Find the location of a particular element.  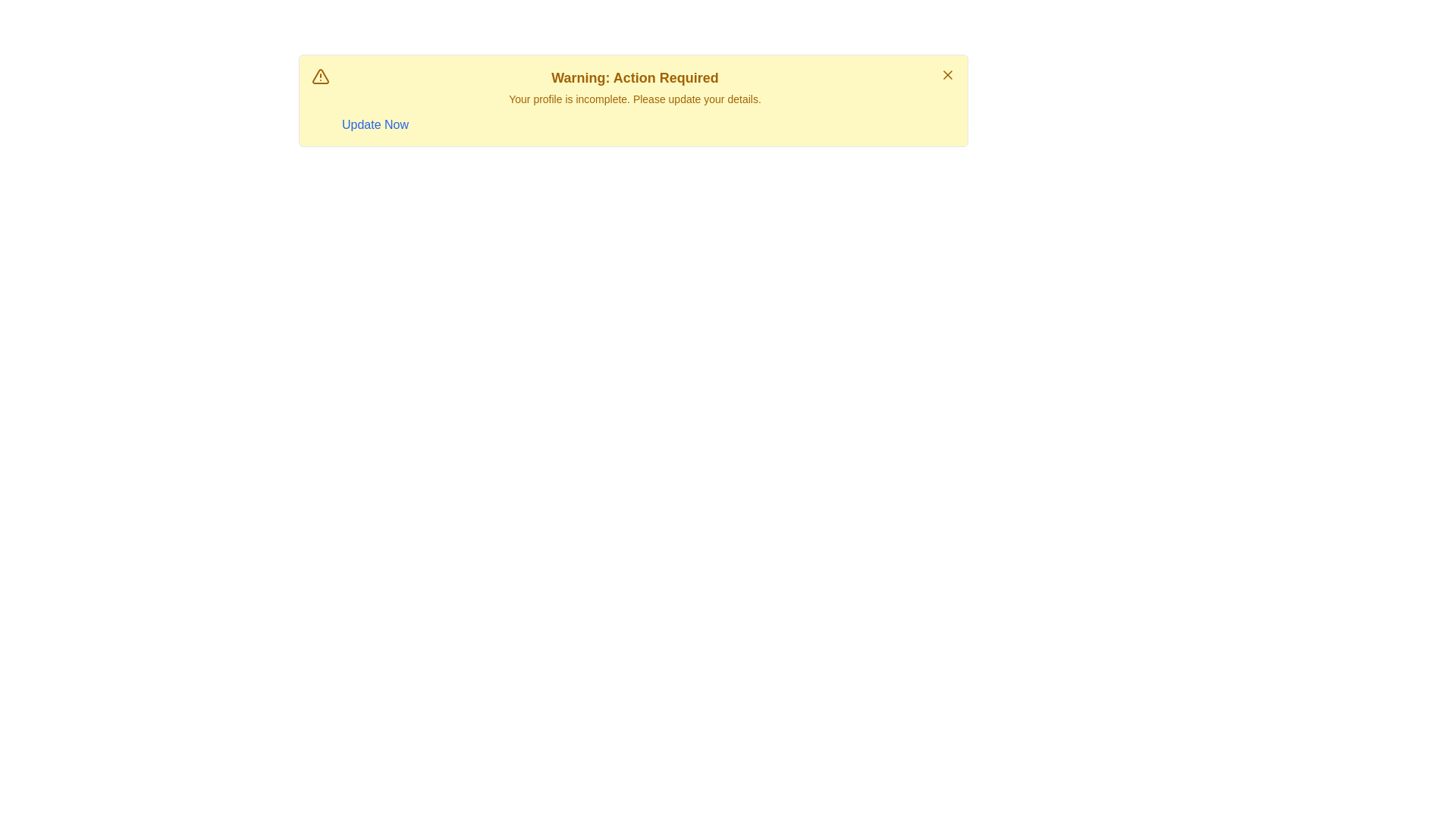

the triangular warning icon with an exclamation mark inside, located in the top-left corner of the yellow notification banner is located at coordinates (319, 76).